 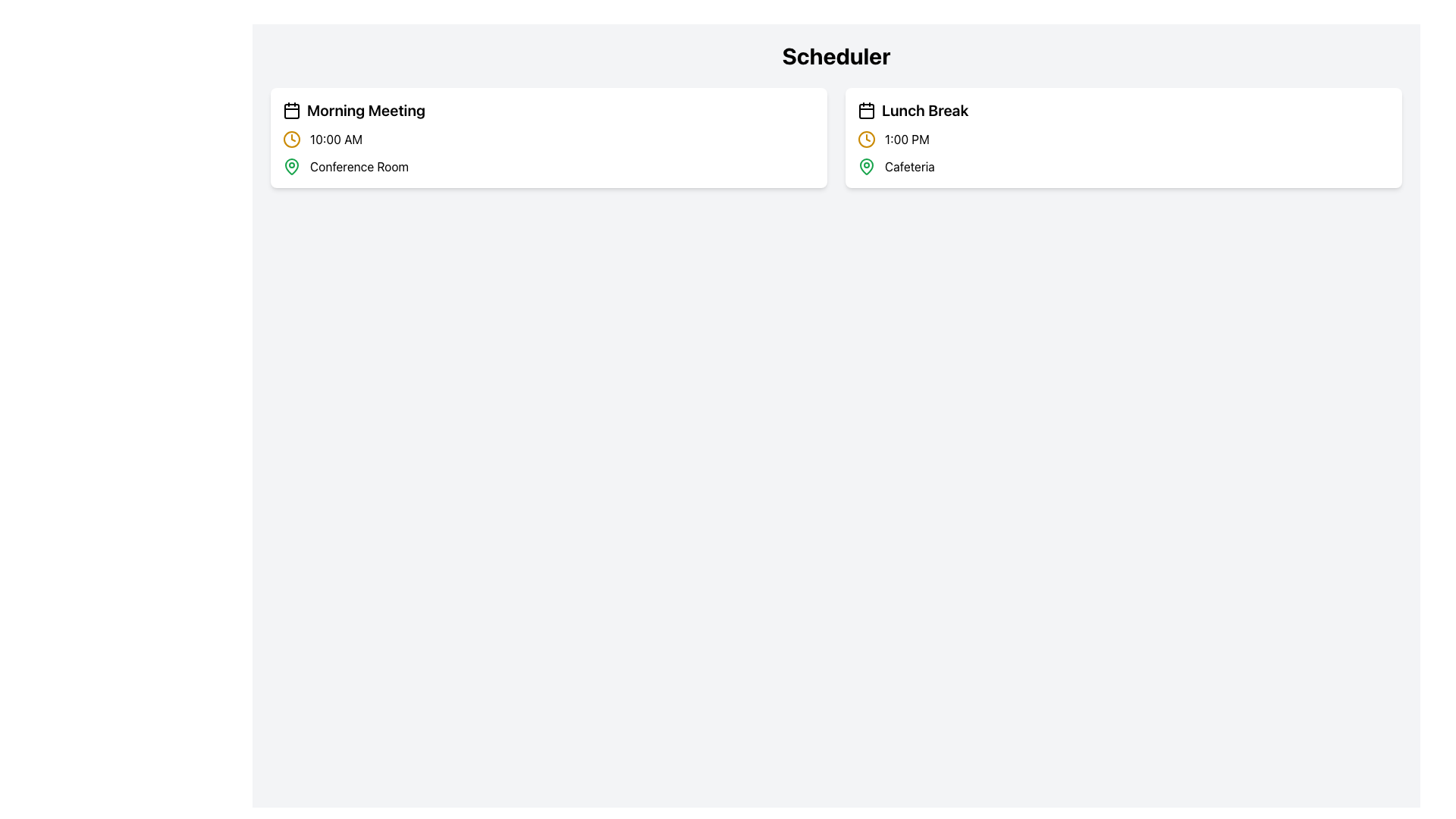 I want to click on the calendar icon located to the left of the 'Morning Meeting' text, so click(x=291, y=110).